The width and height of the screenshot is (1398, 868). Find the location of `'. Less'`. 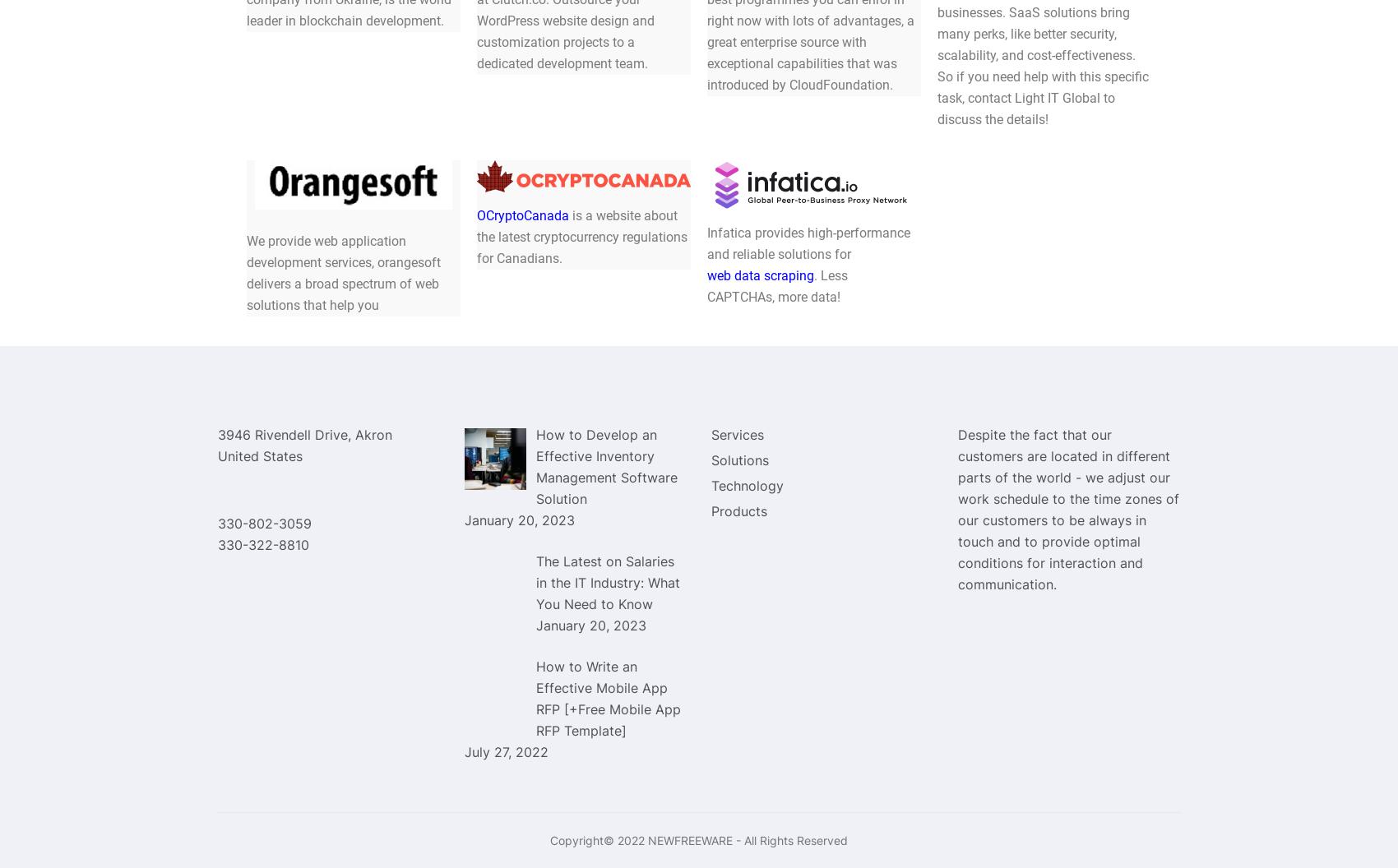

'. Less' is located at coordinates (830, 274).